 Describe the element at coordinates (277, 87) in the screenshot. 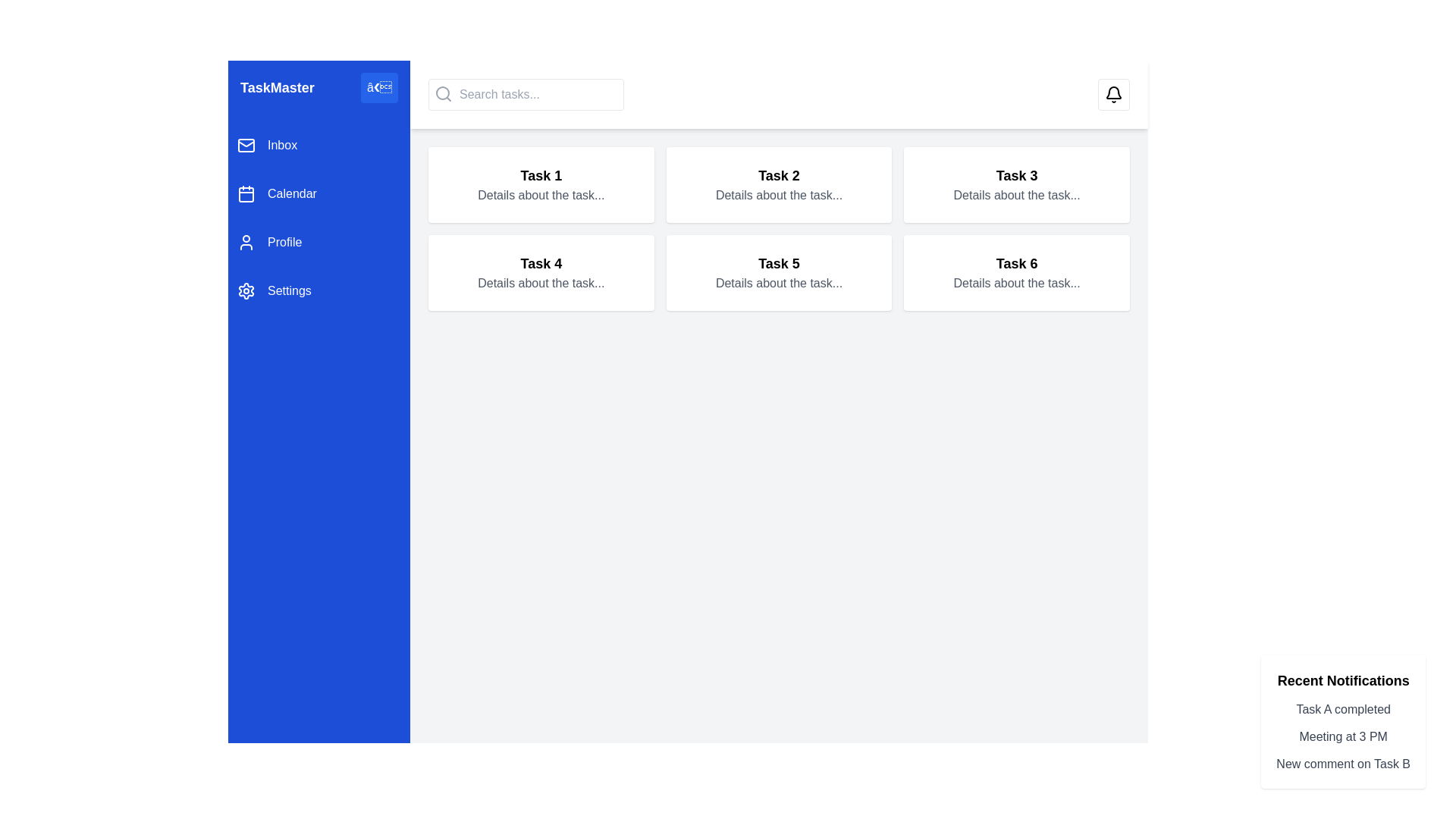

I see `the bold 'TaskMaster' text label located in the top-left corner of the sidebar, which is styled against a blue background` at that location.